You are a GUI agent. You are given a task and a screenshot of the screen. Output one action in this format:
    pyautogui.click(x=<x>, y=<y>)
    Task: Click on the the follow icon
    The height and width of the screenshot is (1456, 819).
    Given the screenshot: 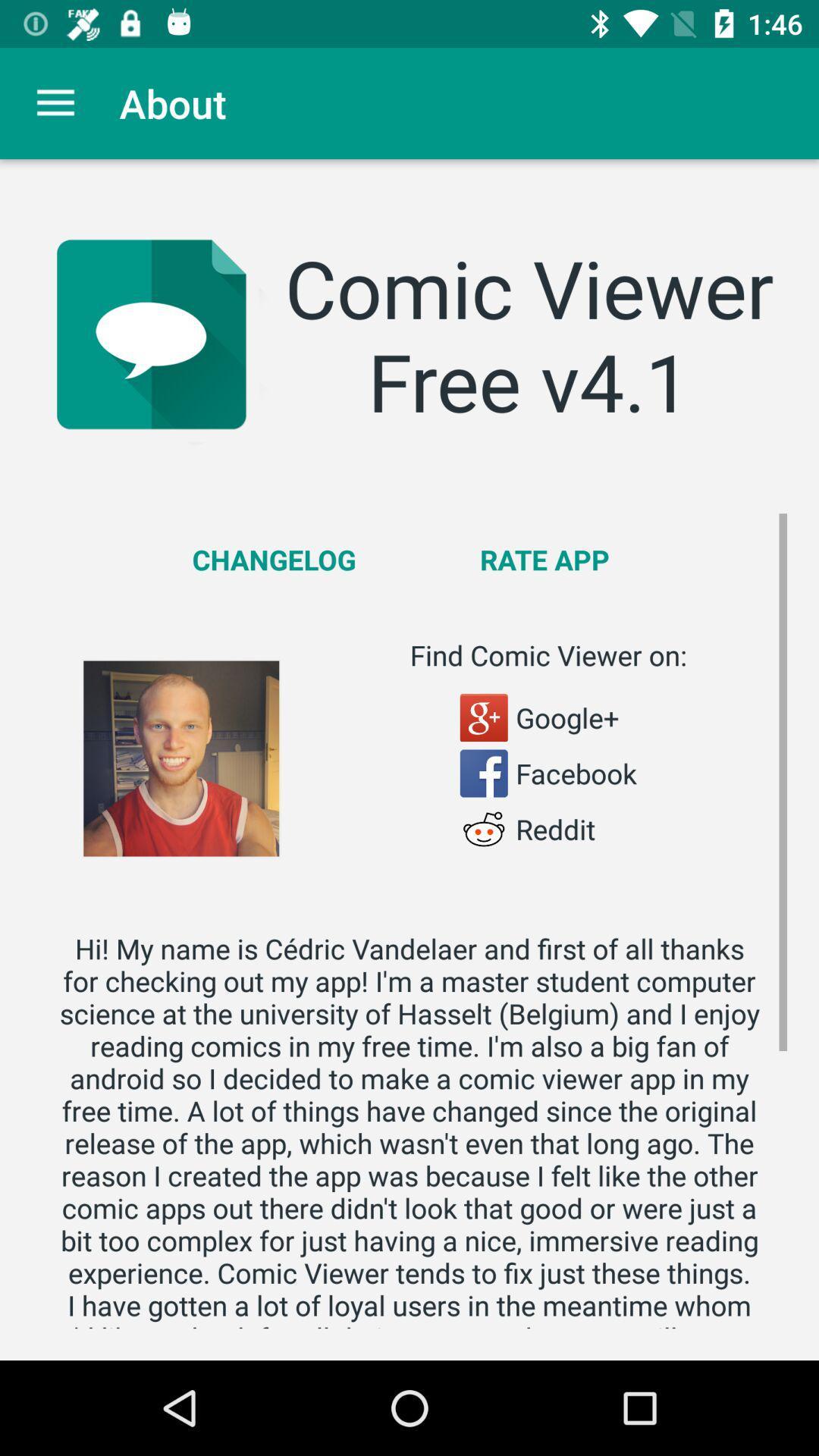 What is the action you would take?
    pyautogui.click(x=484, y=717)
    